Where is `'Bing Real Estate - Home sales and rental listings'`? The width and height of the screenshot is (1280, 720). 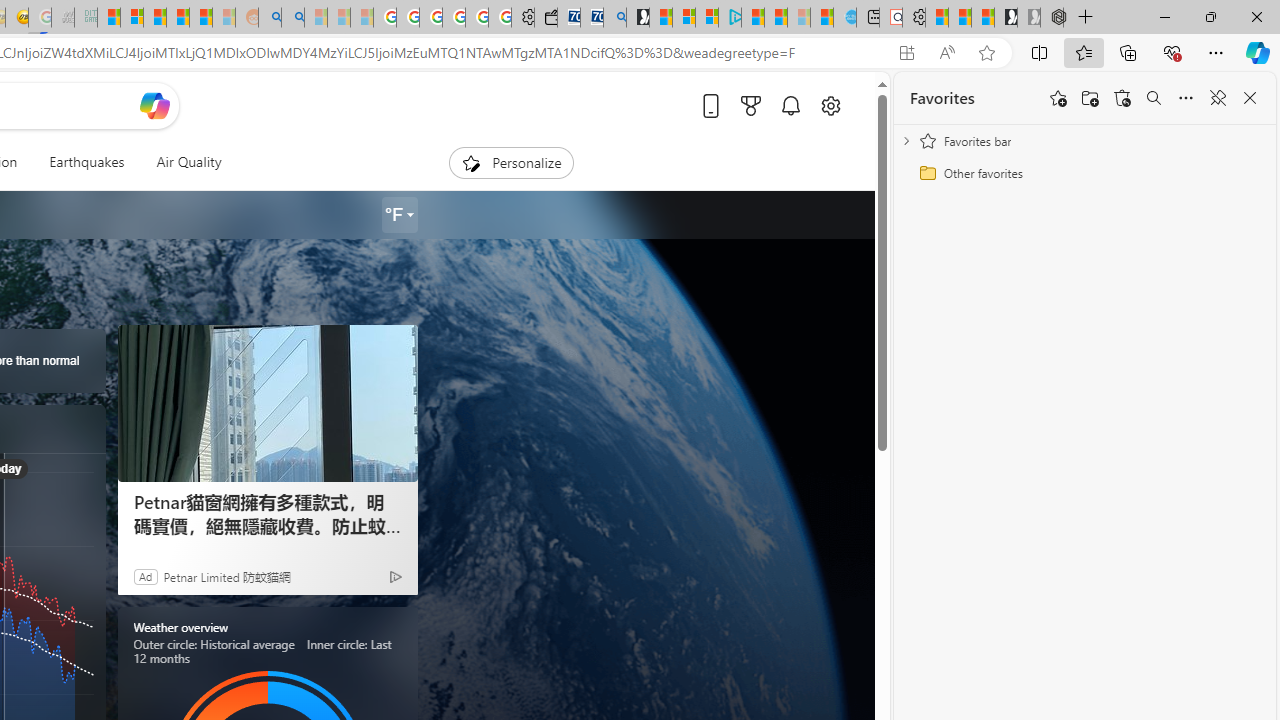 'Bing Real Estate - Home sales and rental listings' is located at coordinates (614, 17).